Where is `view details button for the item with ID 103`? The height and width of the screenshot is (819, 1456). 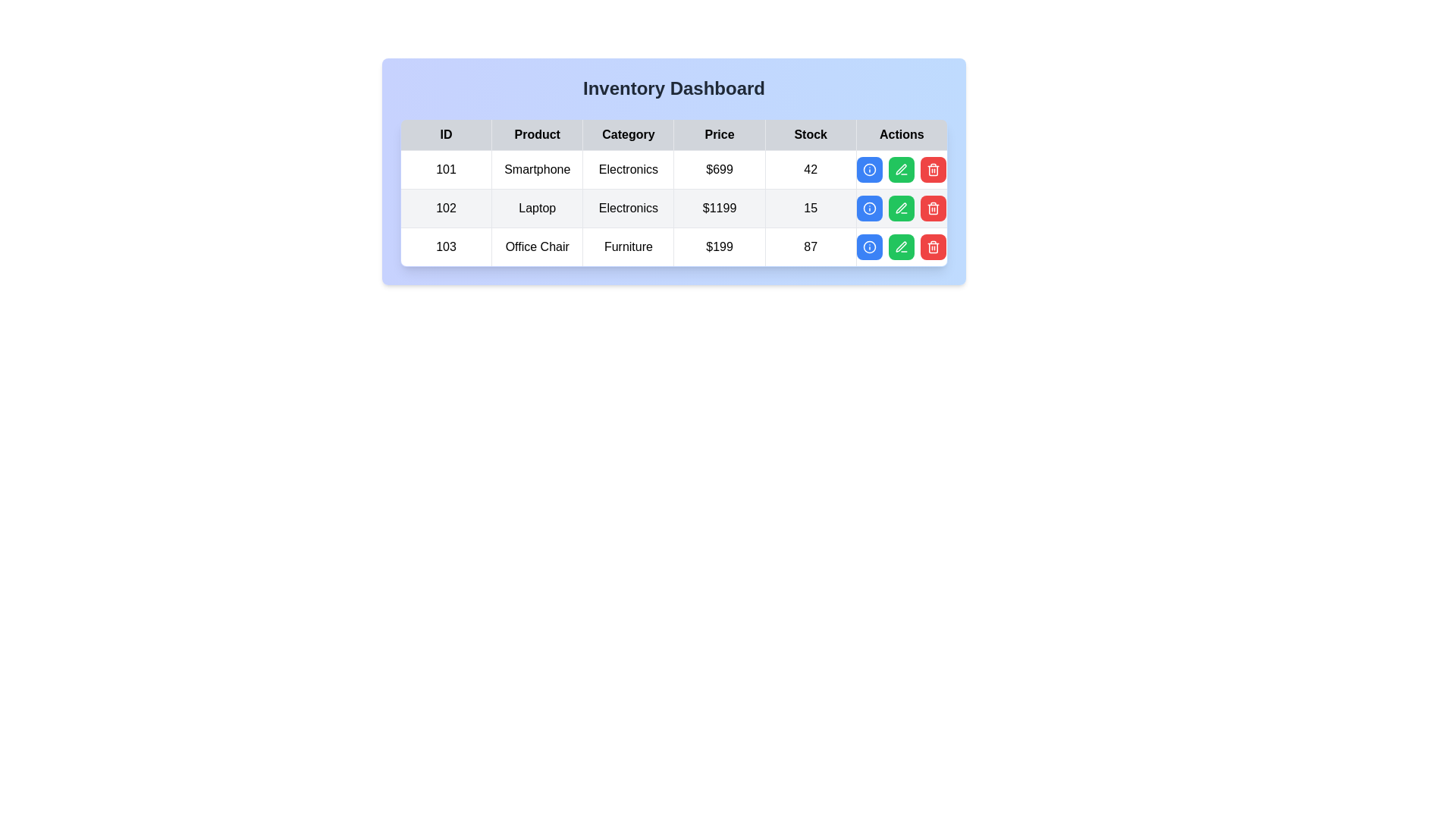
view details button for the item with ID 103 is located at coordinates (870, 246).